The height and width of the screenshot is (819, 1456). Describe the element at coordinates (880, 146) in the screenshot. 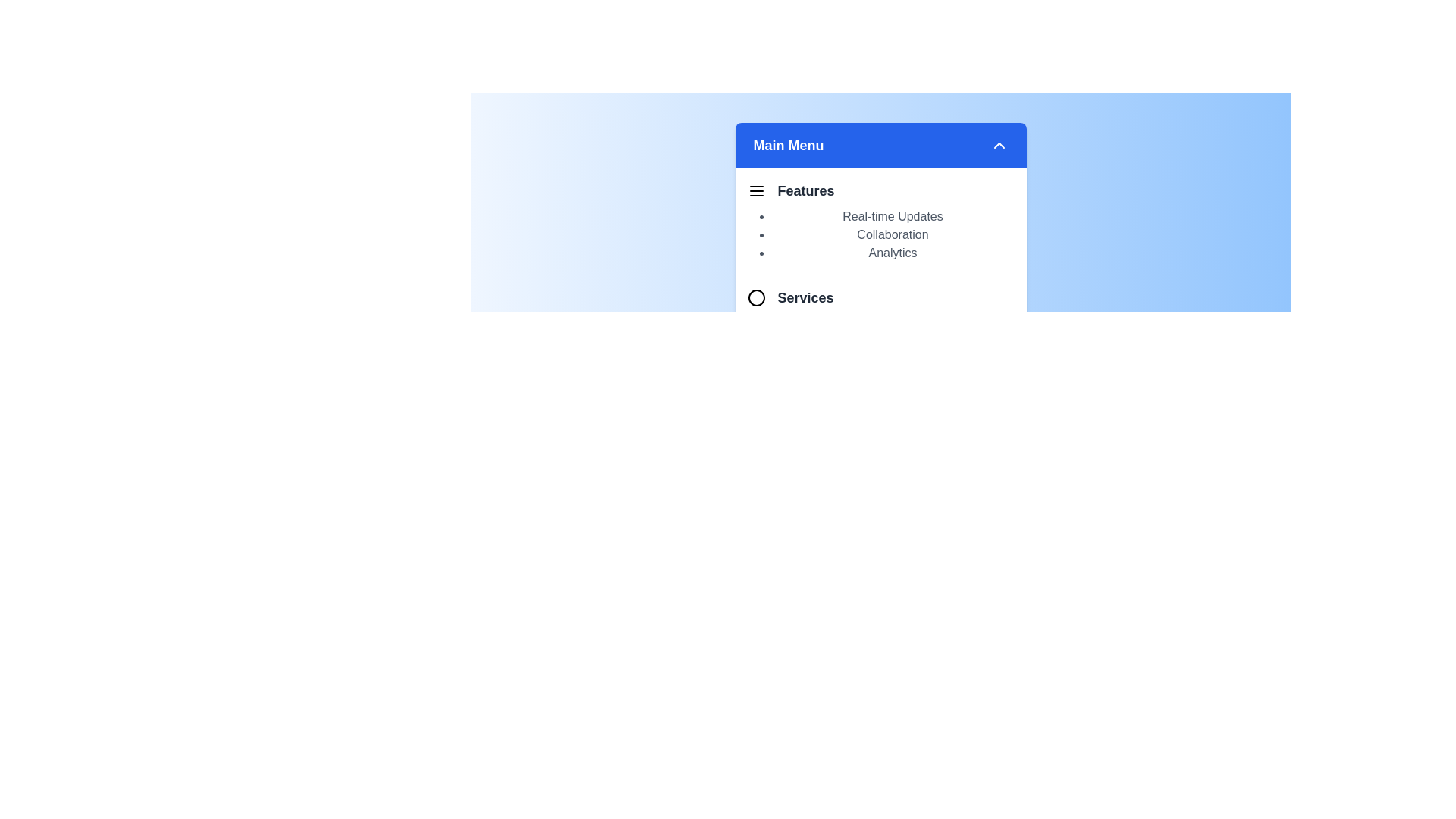

I see `the 'Main Menu' button to toggle the menu visibility` at that location.